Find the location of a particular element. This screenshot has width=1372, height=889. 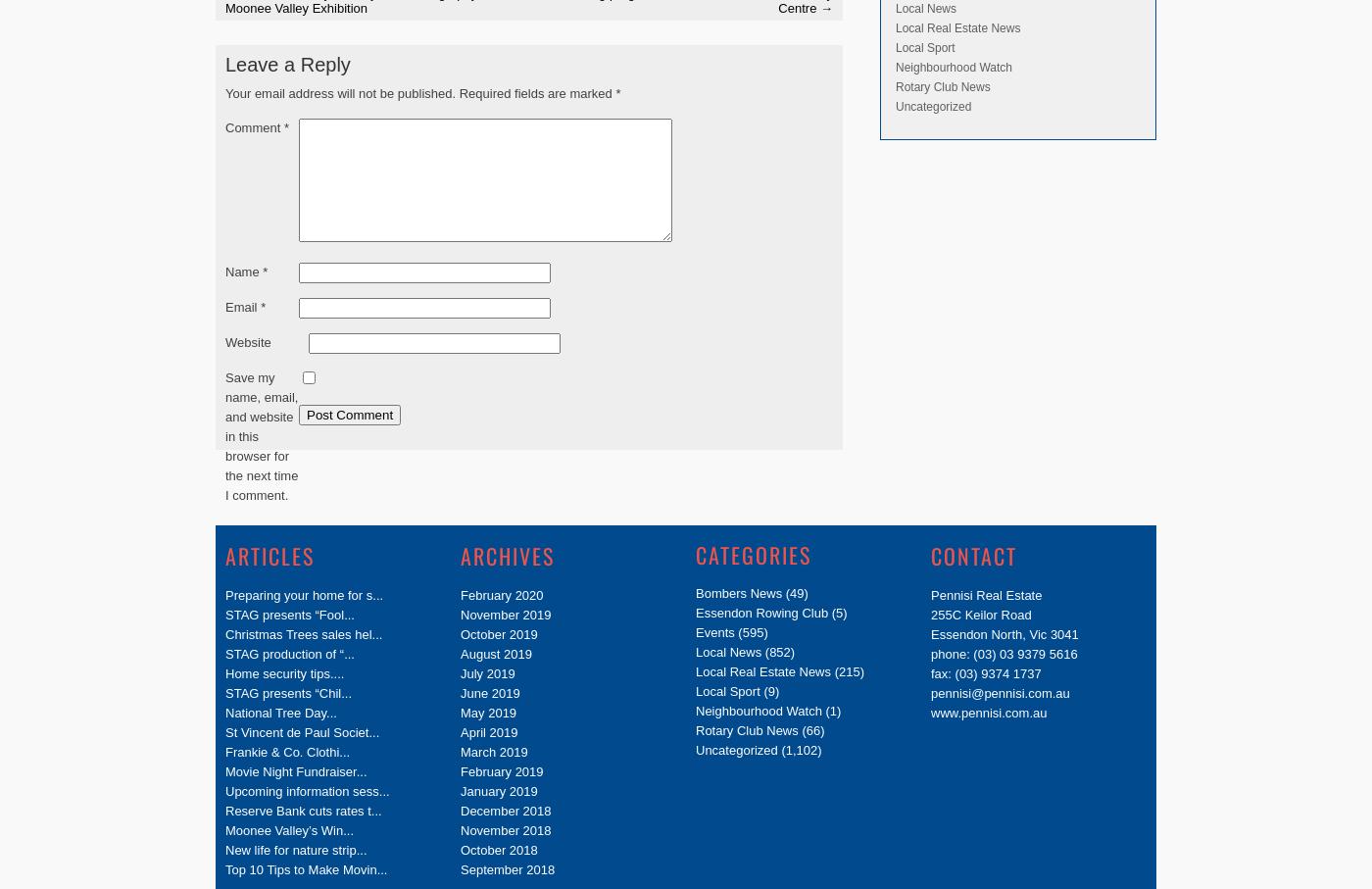

'Your email address will not be published.' is located at coordinates (340, 91).